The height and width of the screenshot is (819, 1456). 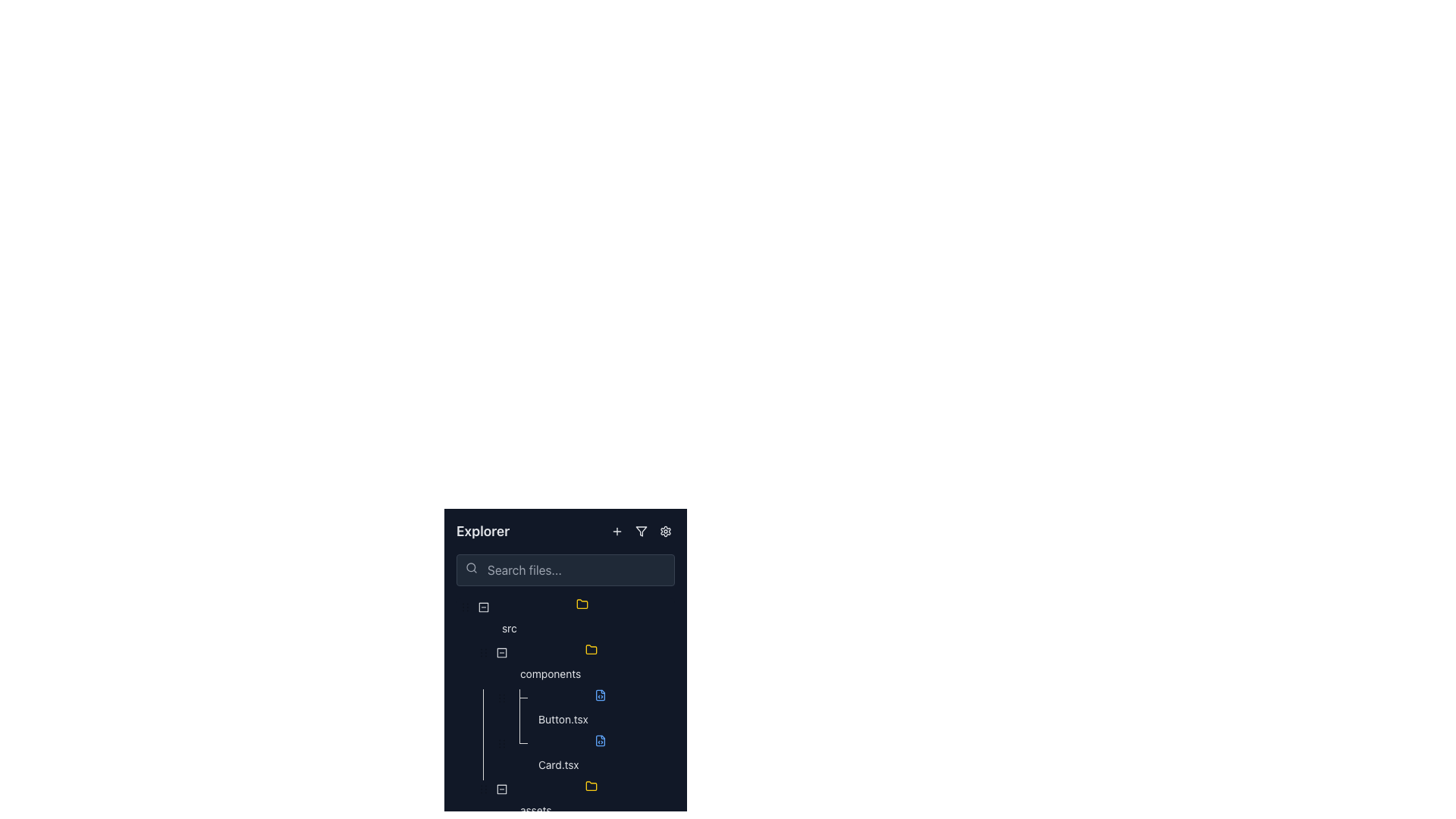 I want to click on the small button with a plus symbol ('+') located in the top-right corner of the 'Explorer' panel to change its background color to gray, so click(x=617, y=531).